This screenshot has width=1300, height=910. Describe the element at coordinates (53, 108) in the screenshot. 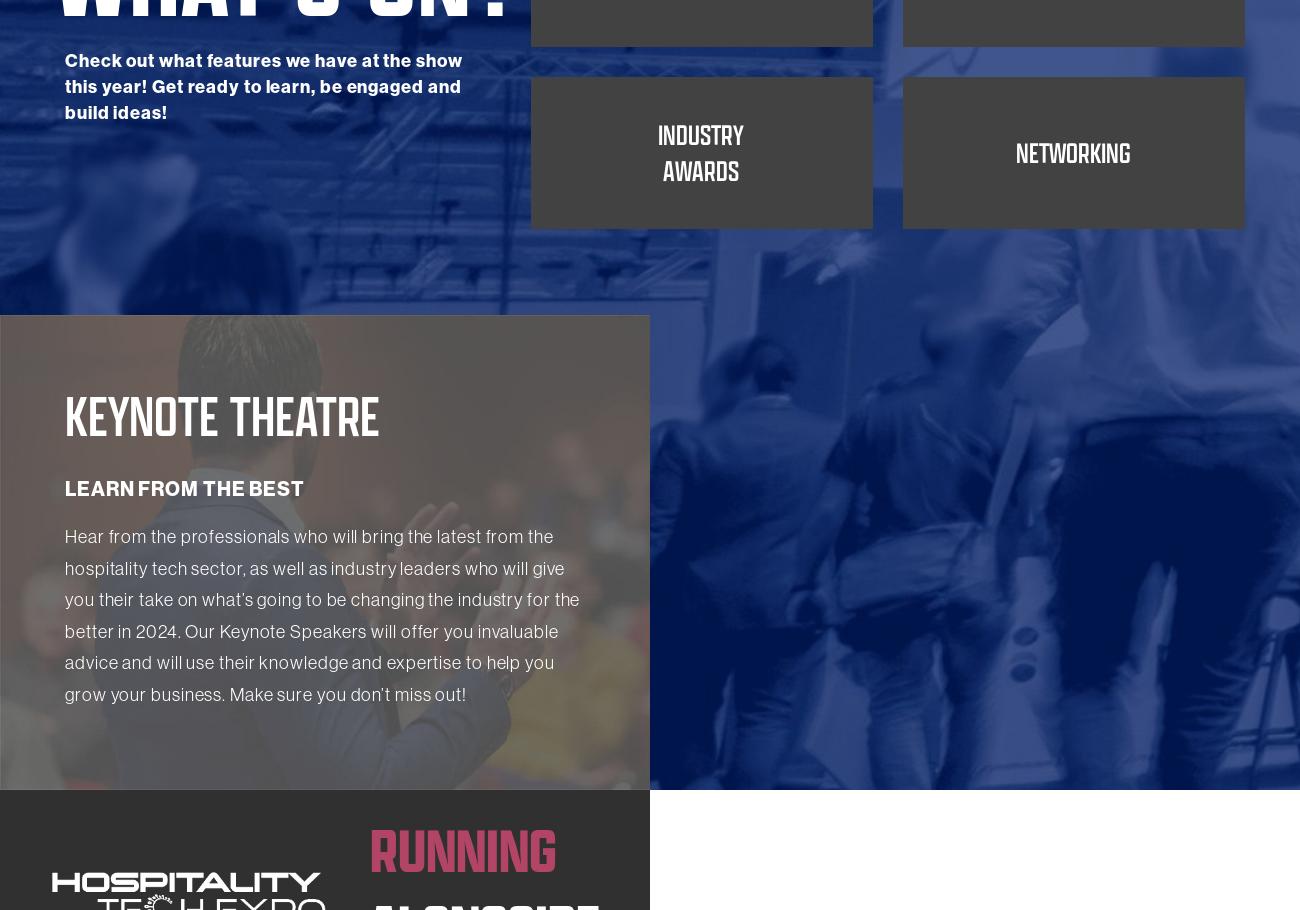

I see `'What's On?'` at that location.